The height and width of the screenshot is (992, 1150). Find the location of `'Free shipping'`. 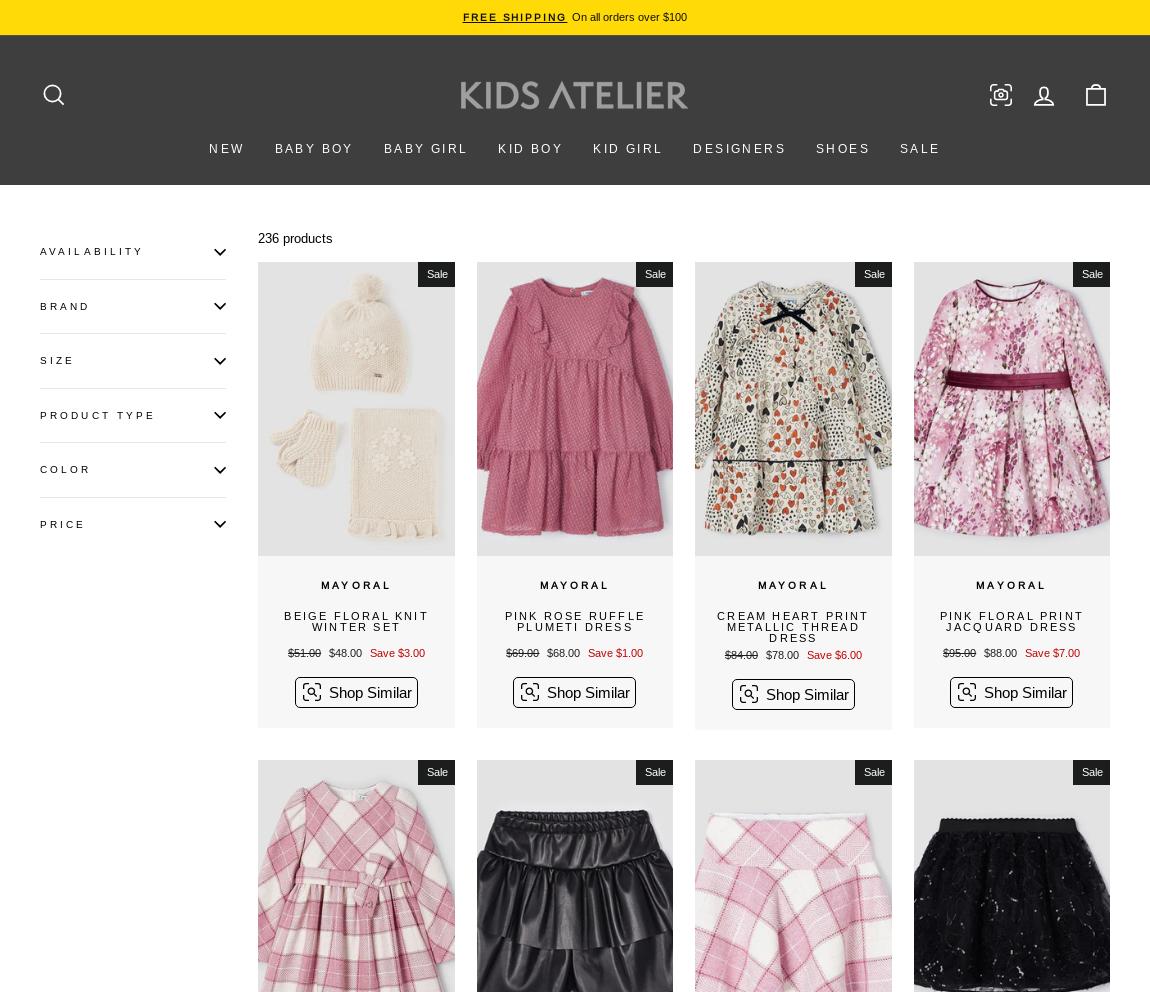

'Free shipping' is located at coordinates (514, 16).